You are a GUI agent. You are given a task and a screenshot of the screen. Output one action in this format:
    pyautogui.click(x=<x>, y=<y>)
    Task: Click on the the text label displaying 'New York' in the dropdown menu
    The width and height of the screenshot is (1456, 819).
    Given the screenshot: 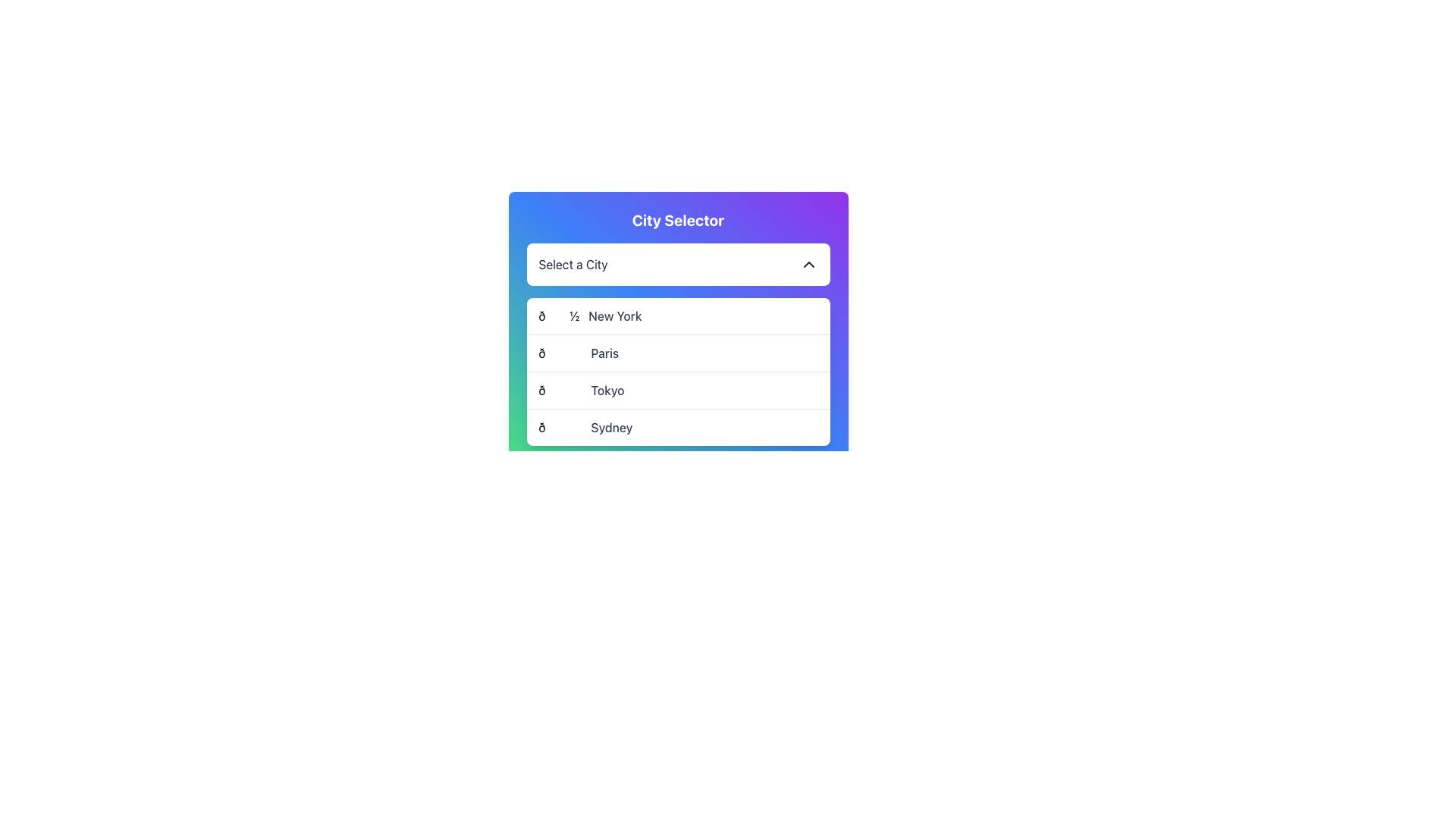 What is the action you would take?
    pyautogui.click(x=615, y=315)
    